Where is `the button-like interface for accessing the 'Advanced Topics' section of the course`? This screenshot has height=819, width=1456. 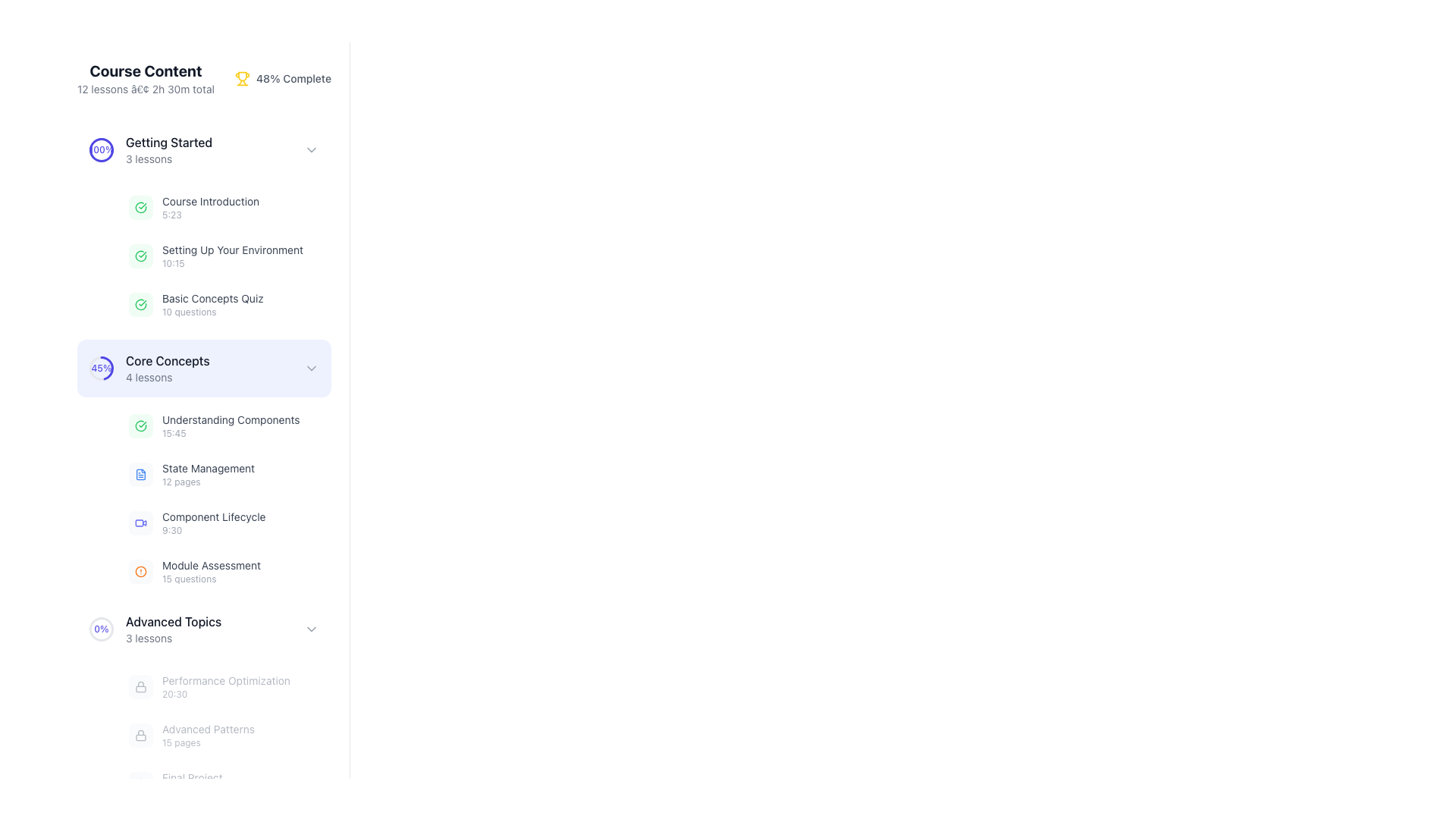
the button-like interface for accessing the 'Advanced Topics' section of the course is located at coordinates (203, 629).